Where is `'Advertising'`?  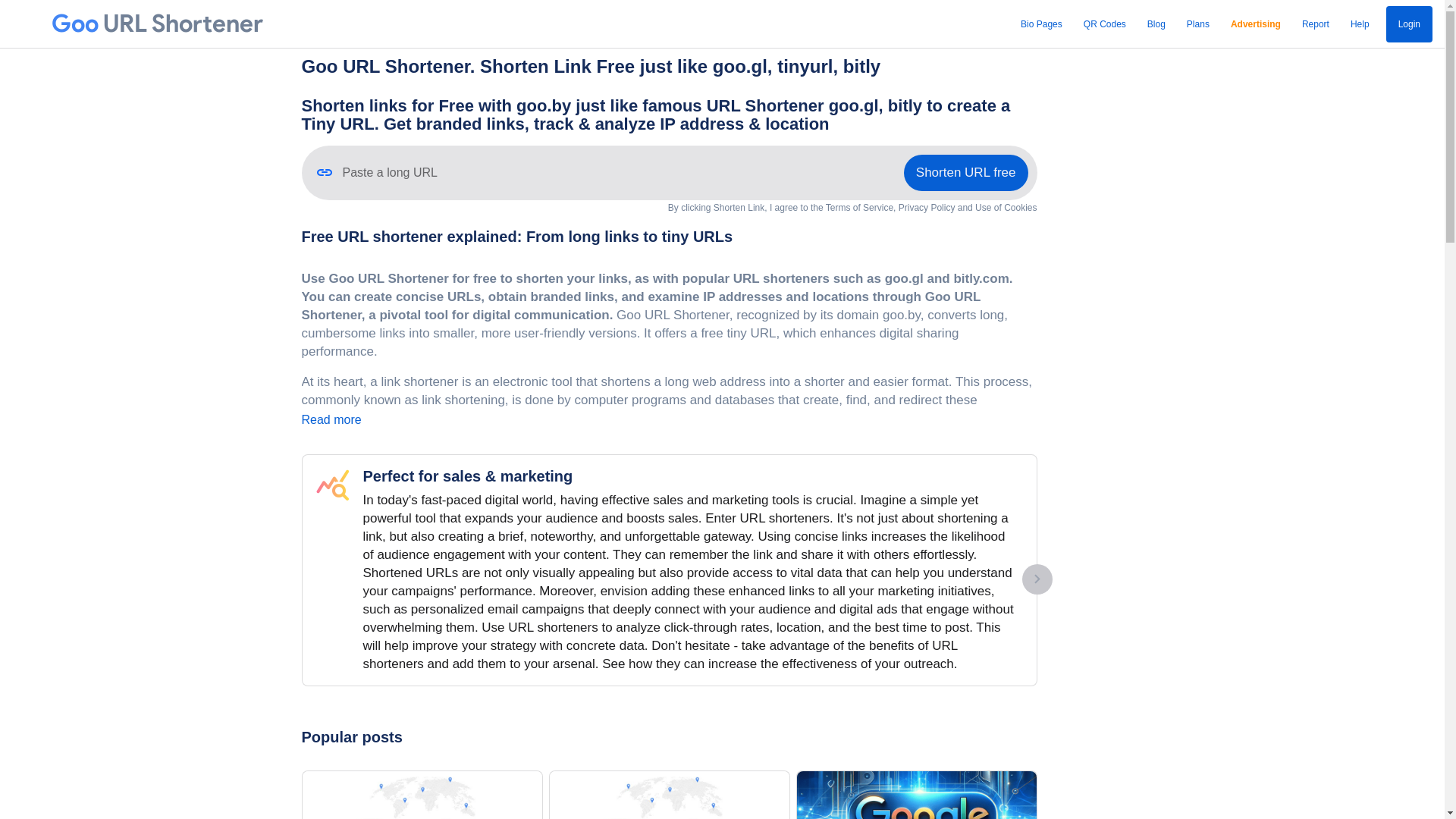 'Advertising' is located at coordinates (1256, 24).